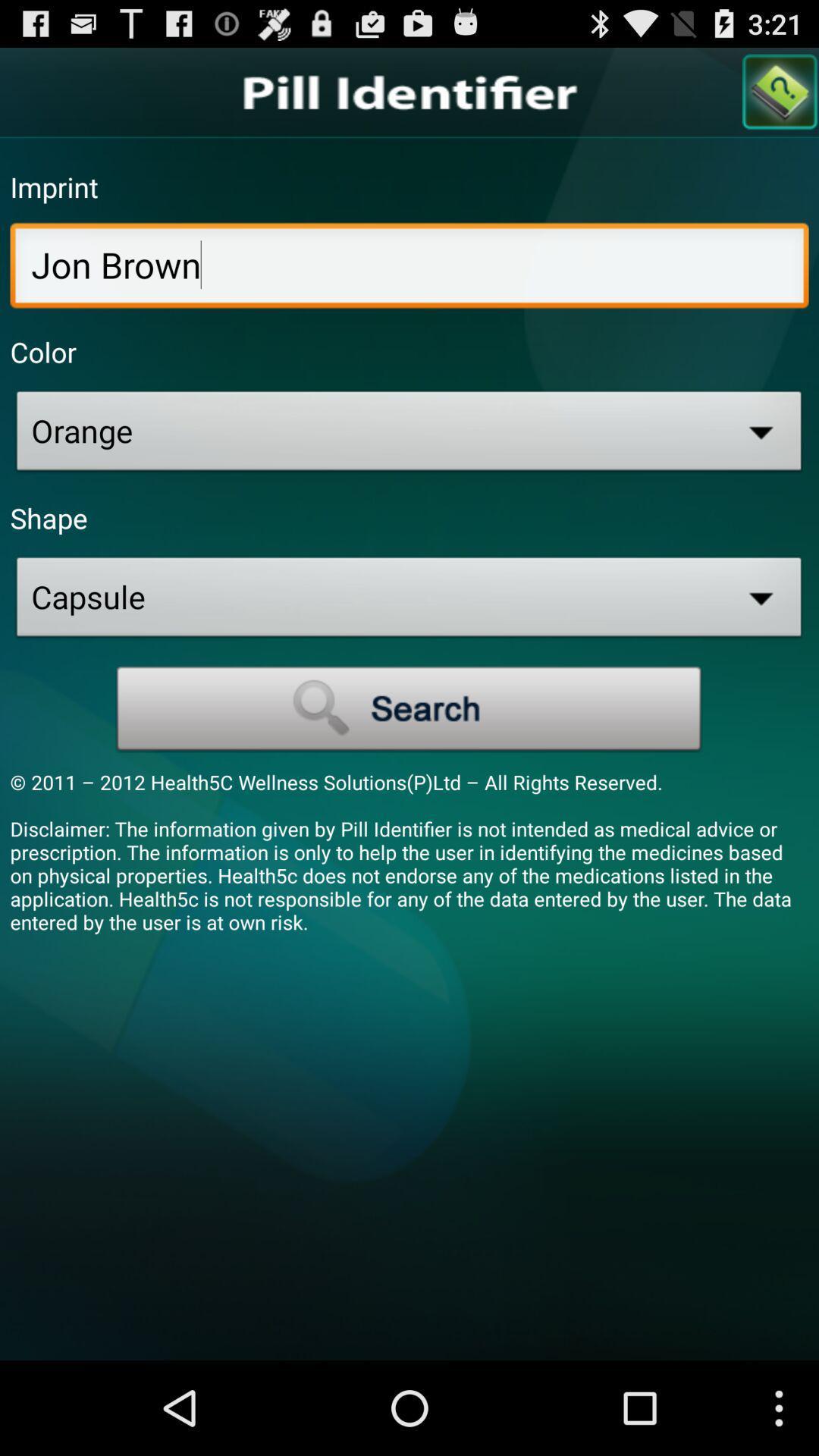 The image size is (819, 1456). I want to click on question icon, so click(780, 91).